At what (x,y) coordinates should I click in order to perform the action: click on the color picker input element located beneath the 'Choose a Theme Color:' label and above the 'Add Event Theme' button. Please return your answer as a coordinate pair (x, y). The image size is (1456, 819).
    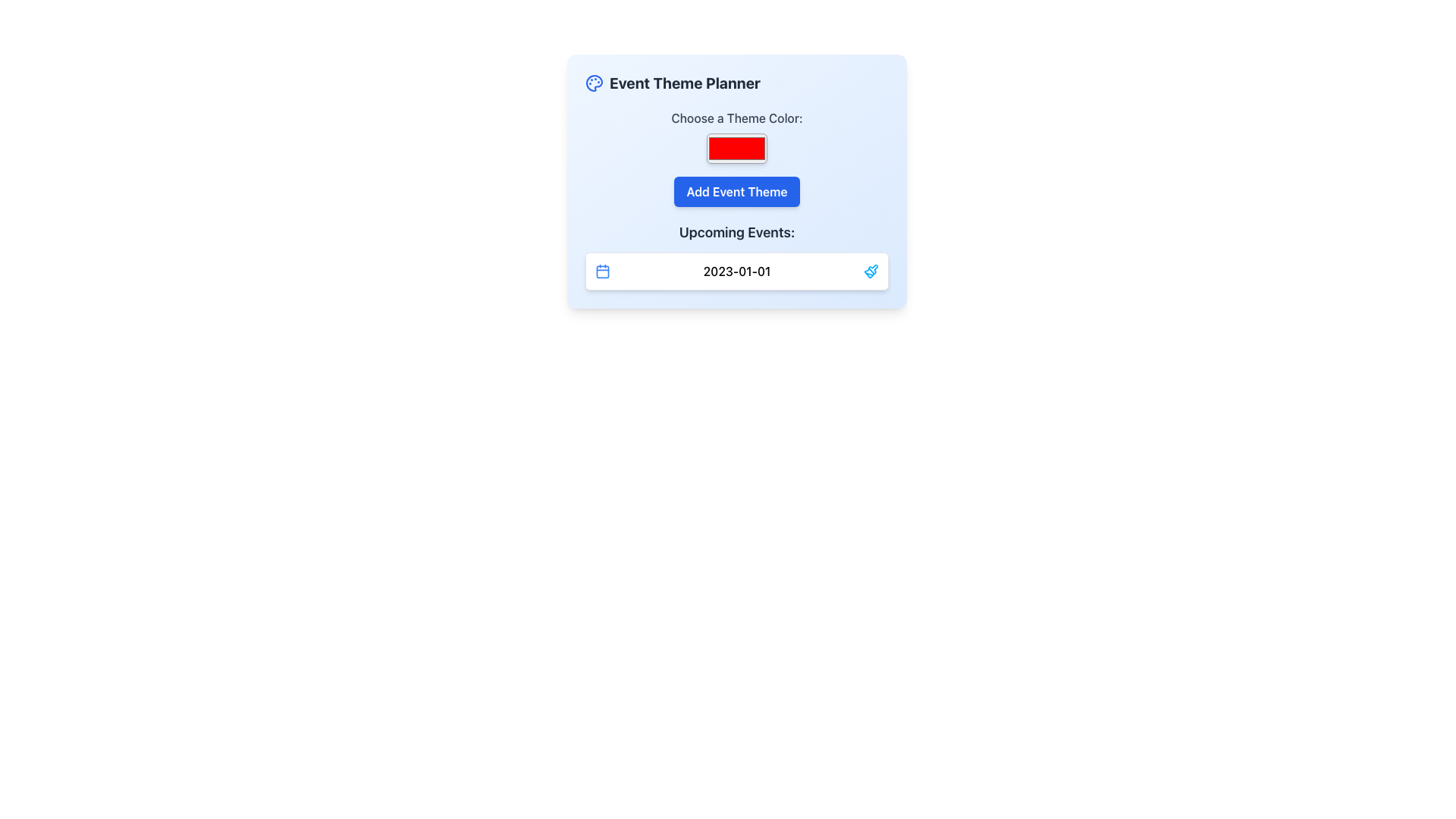
    Looking at the image, I should click on (736, 180).